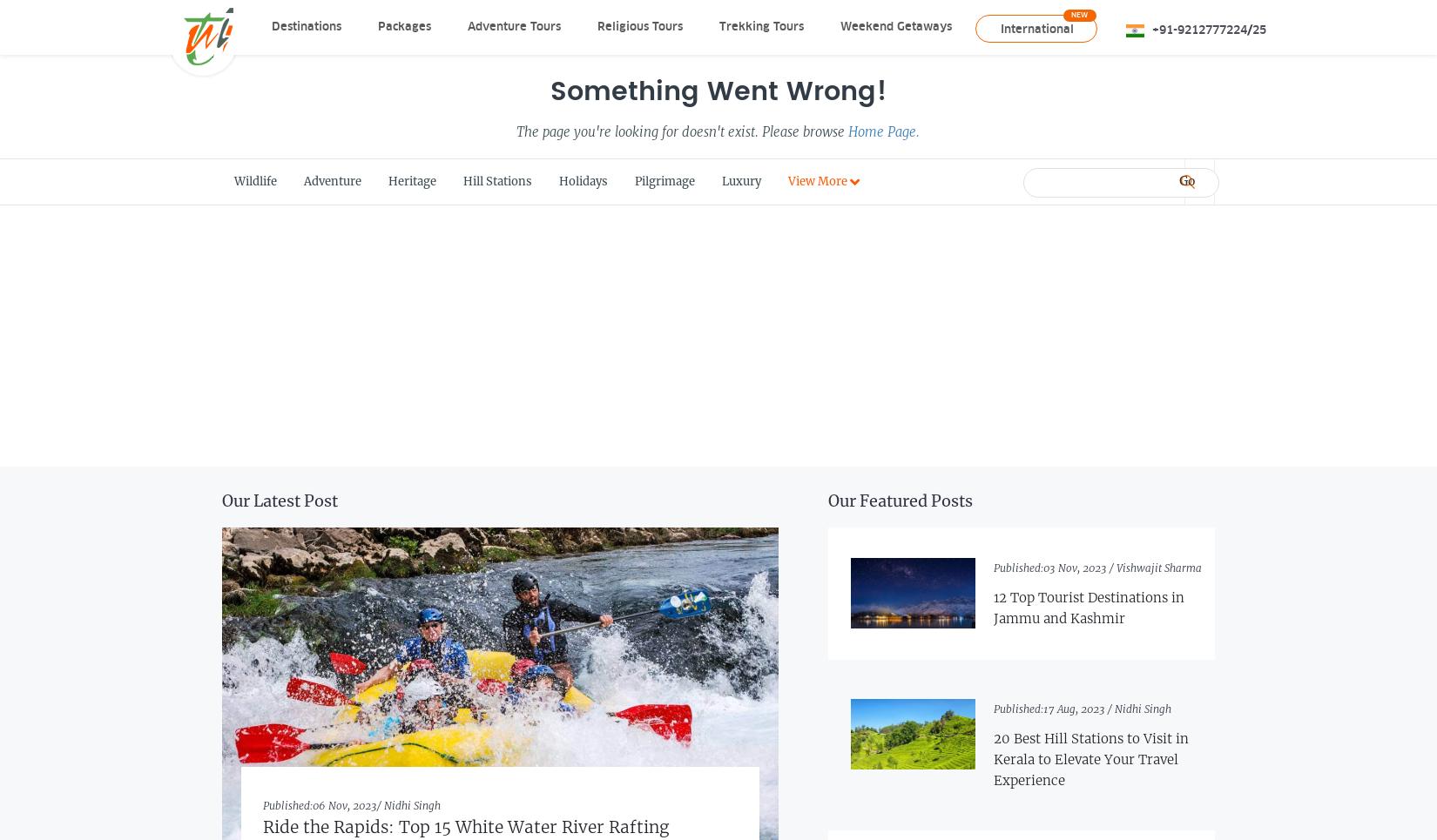 Image resolution: width=1437 pixels, height=840 pixels. I want to click on '17 Aug, 2023 /', so click(1077, 708).